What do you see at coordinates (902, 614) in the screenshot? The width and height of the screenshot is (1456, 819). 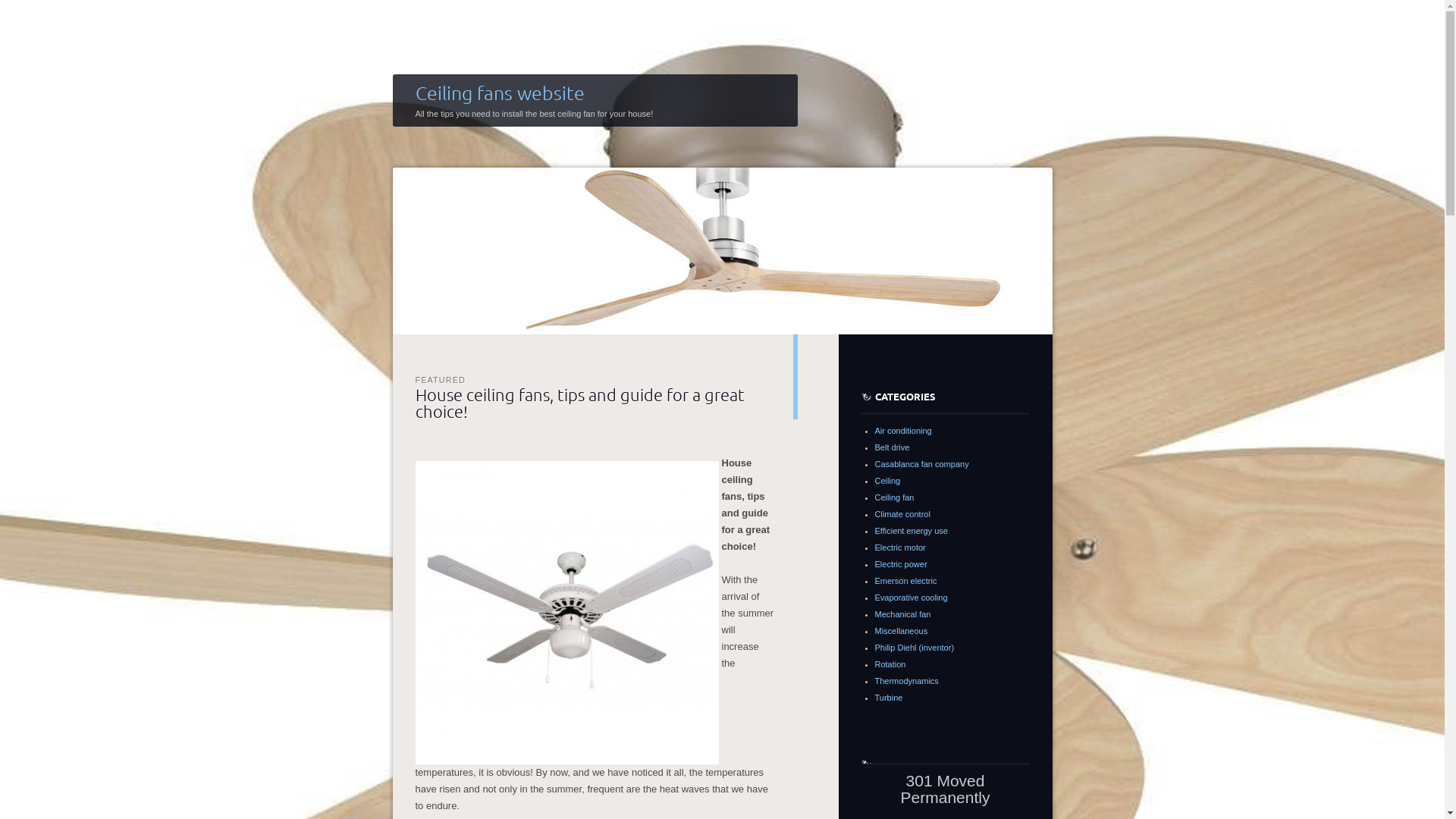 I see `'Mechanical fan'` at bounding box center [902, 614].